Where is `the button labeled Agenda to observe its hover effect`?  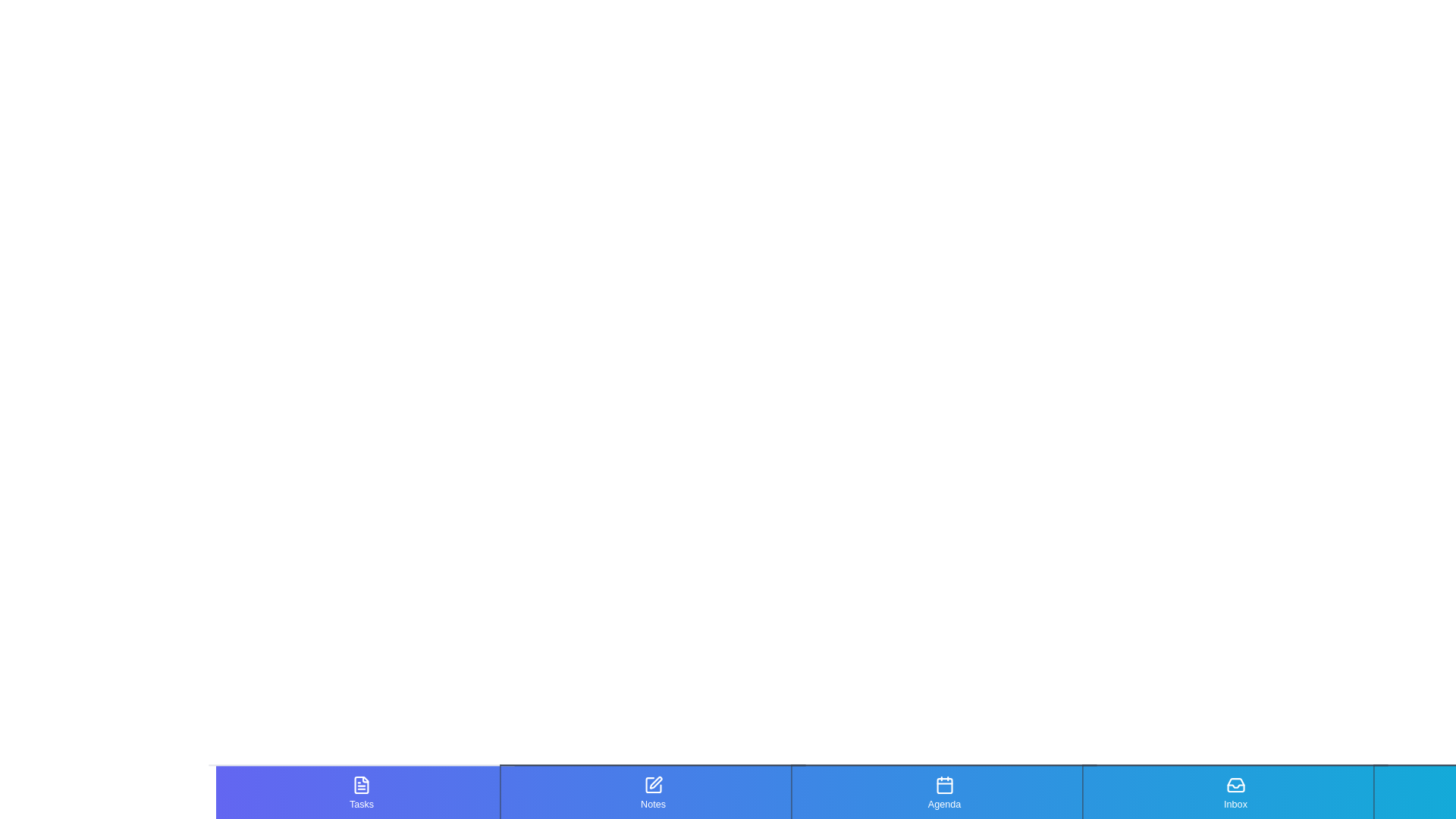
the button labeled Agenda to observe its hover effect is located at coordinates (943, 792).